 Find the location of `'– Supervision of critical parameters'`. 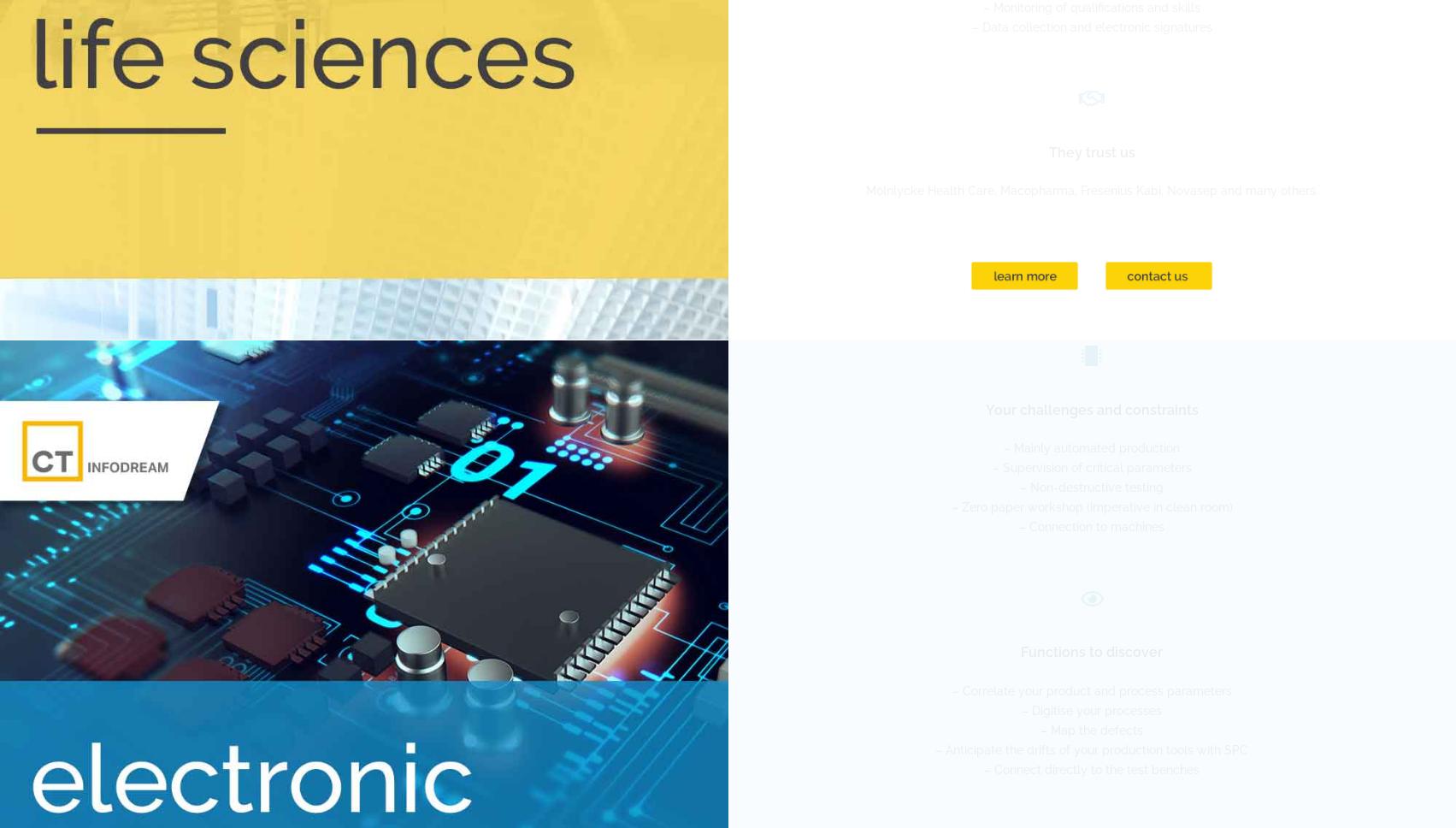

'– Supervision of critical parameters' is located at coordinates (1090, 467).